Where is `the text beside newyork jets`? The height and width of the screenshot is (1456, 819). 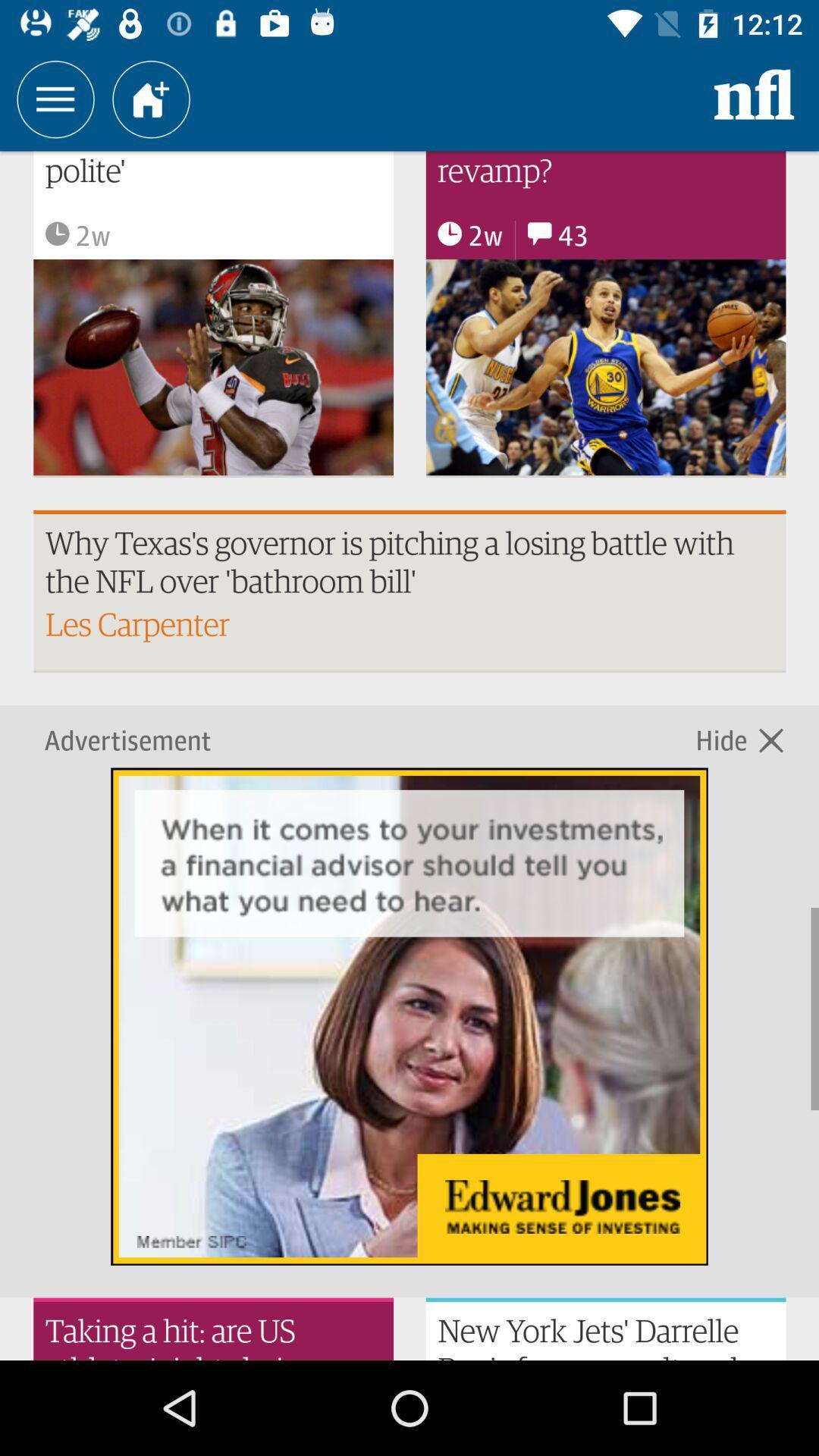 the text beside newyork jets is located at coordinates (213, 1328).